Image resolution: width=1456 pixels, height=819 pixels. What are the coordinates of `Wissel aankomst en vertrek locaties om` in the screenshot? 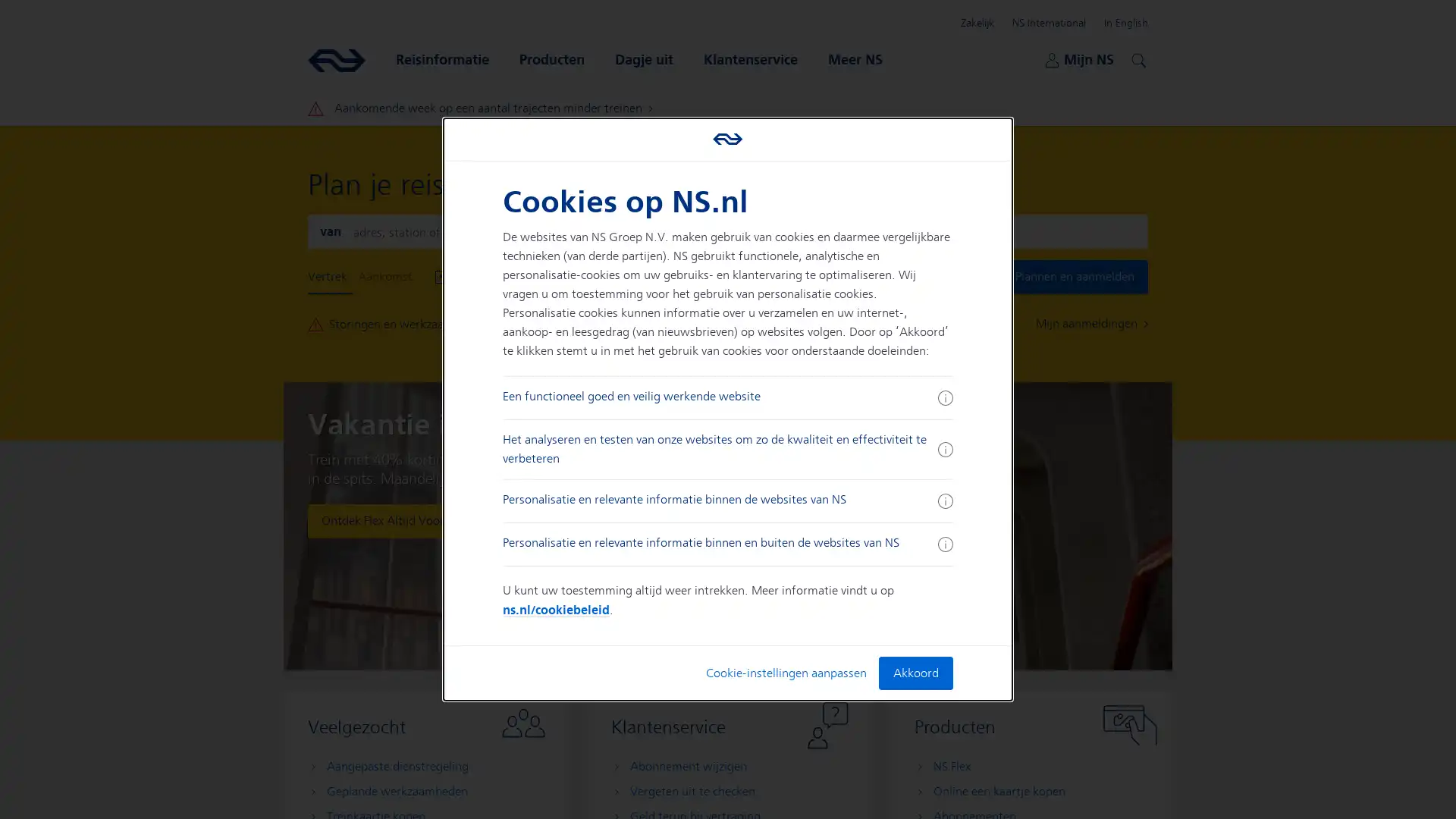 It's located at (726, 231).